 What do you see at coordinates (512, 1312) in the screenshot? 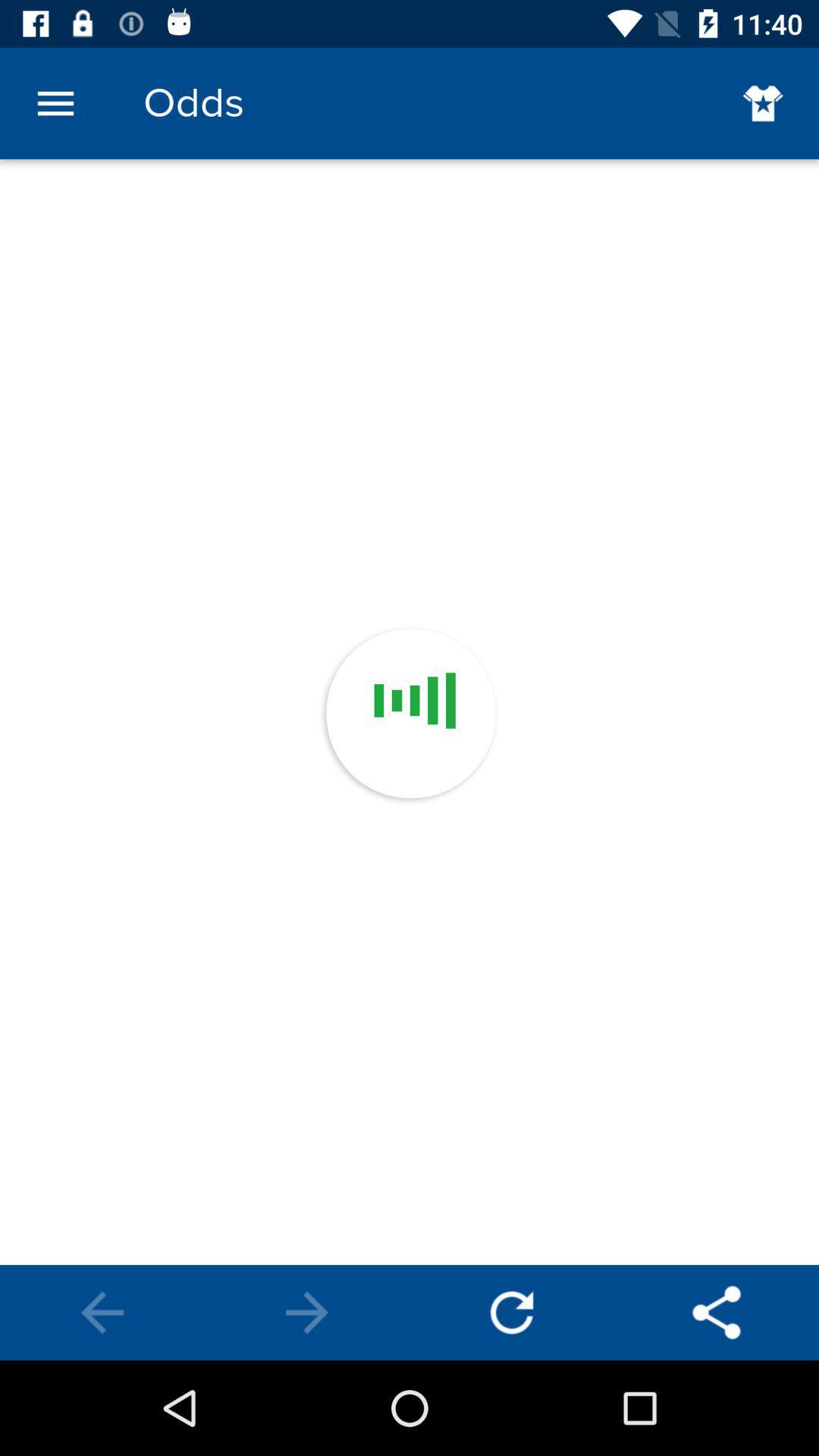
I see `refresh the page` at bounding box center [512, 1312].